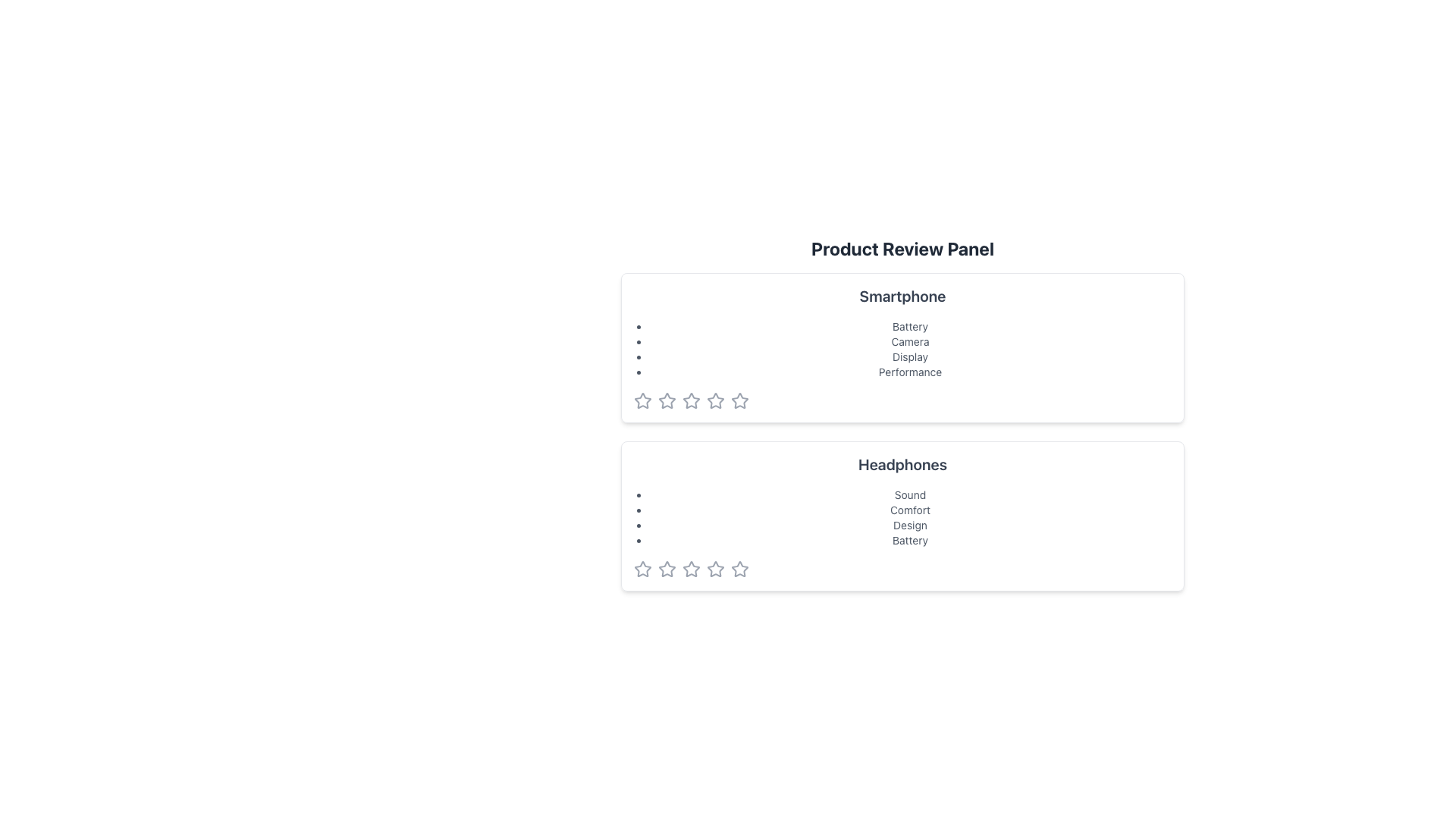 This screenshot has height=819, width=1456. What do you see at coordinates (910, 494) in the screenshot?
I see `the 'Sound' text label, which is the first item in the list under the 'Headphones' section, styled in a modern sans-serif font` at bounding box center [910, 494].